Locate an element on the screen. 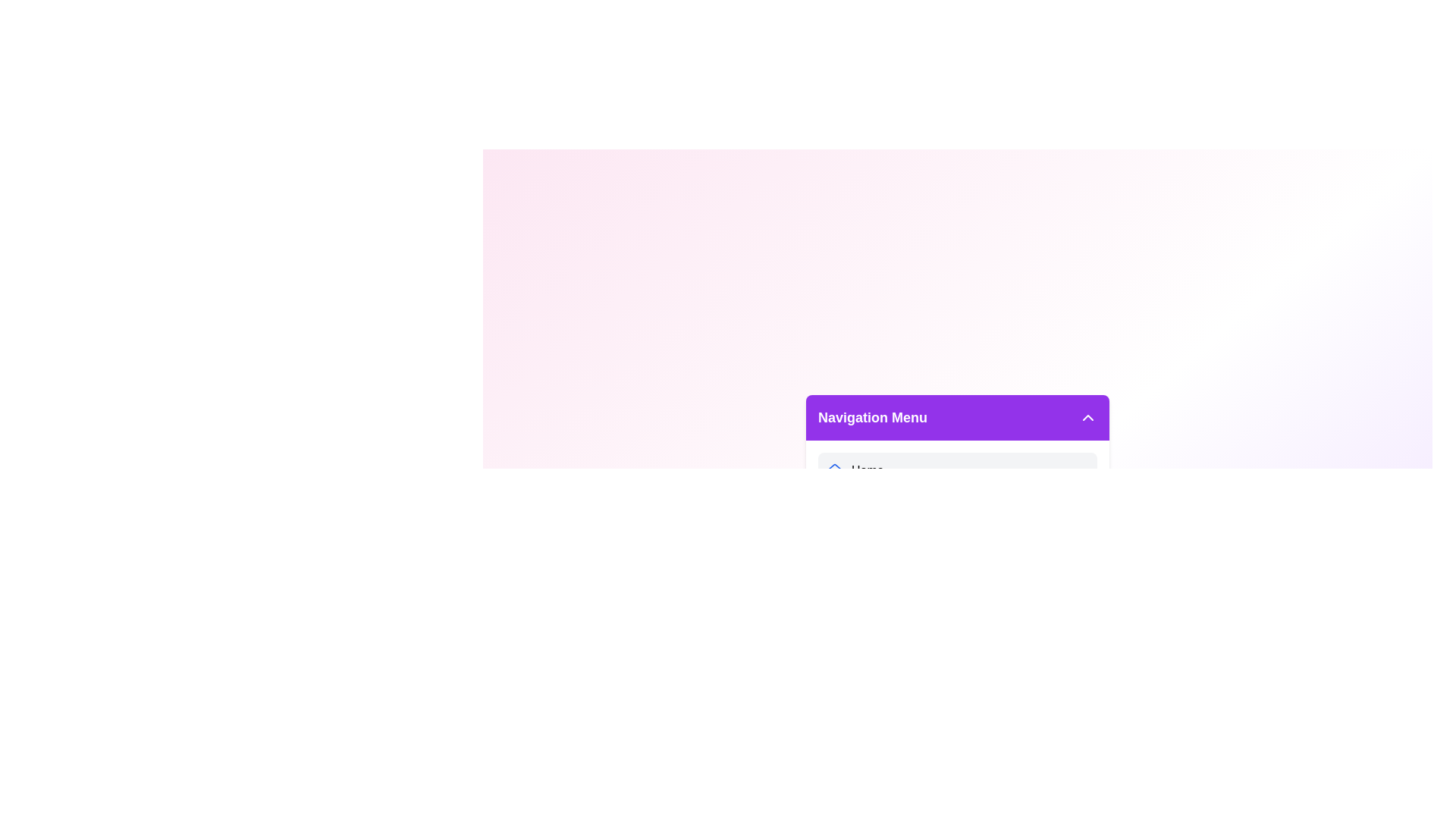 The image size is (1456, 819). the text label that serves as the title for the navigational menu section, located within a header bar with a purple background and rounded corners, positioned to the left of a downward-facing chevron icon is located at coordinates (873, 418).